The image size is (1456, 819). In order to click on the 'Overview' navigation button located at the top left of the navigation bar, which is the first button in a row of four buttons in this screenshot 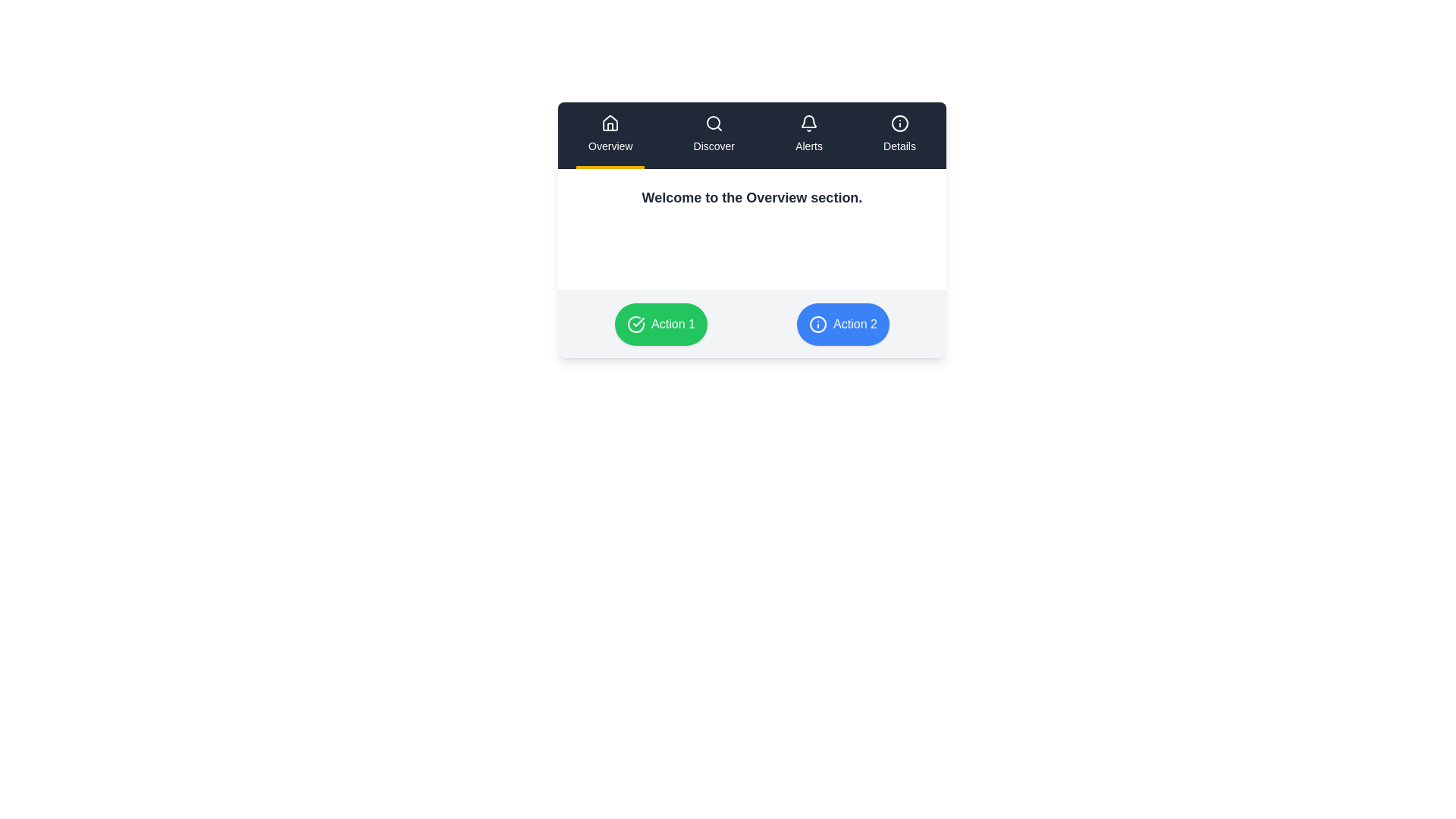, I will do `click(610, 134)`.